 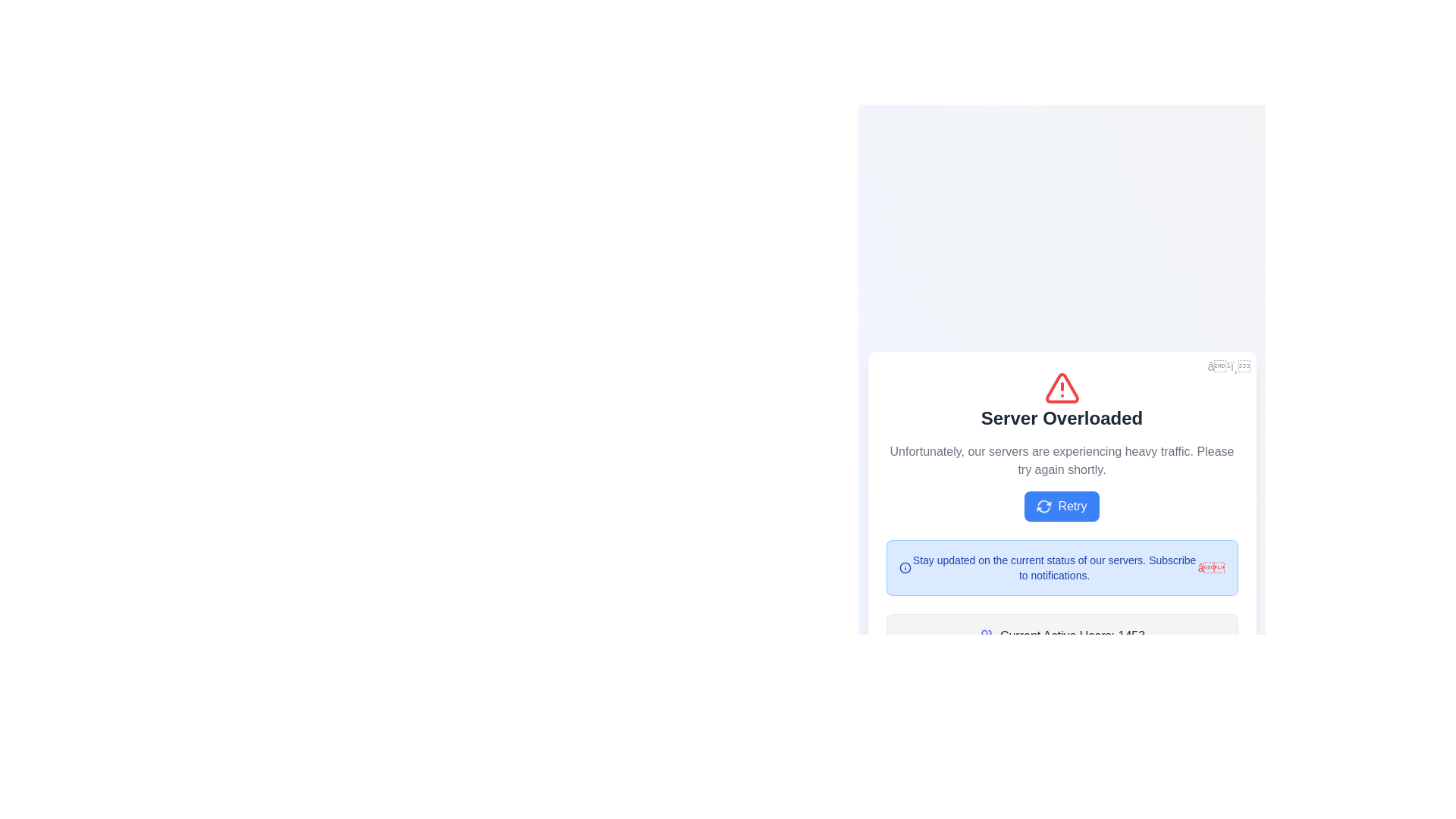 What do you see at coordinates (1061, 388) in the screenshot?
I see `the alert icon that indicates an important message, located centrally within the white card layout, directly above the 'Server Overloaded' text` at bounding box center [1061, 388].